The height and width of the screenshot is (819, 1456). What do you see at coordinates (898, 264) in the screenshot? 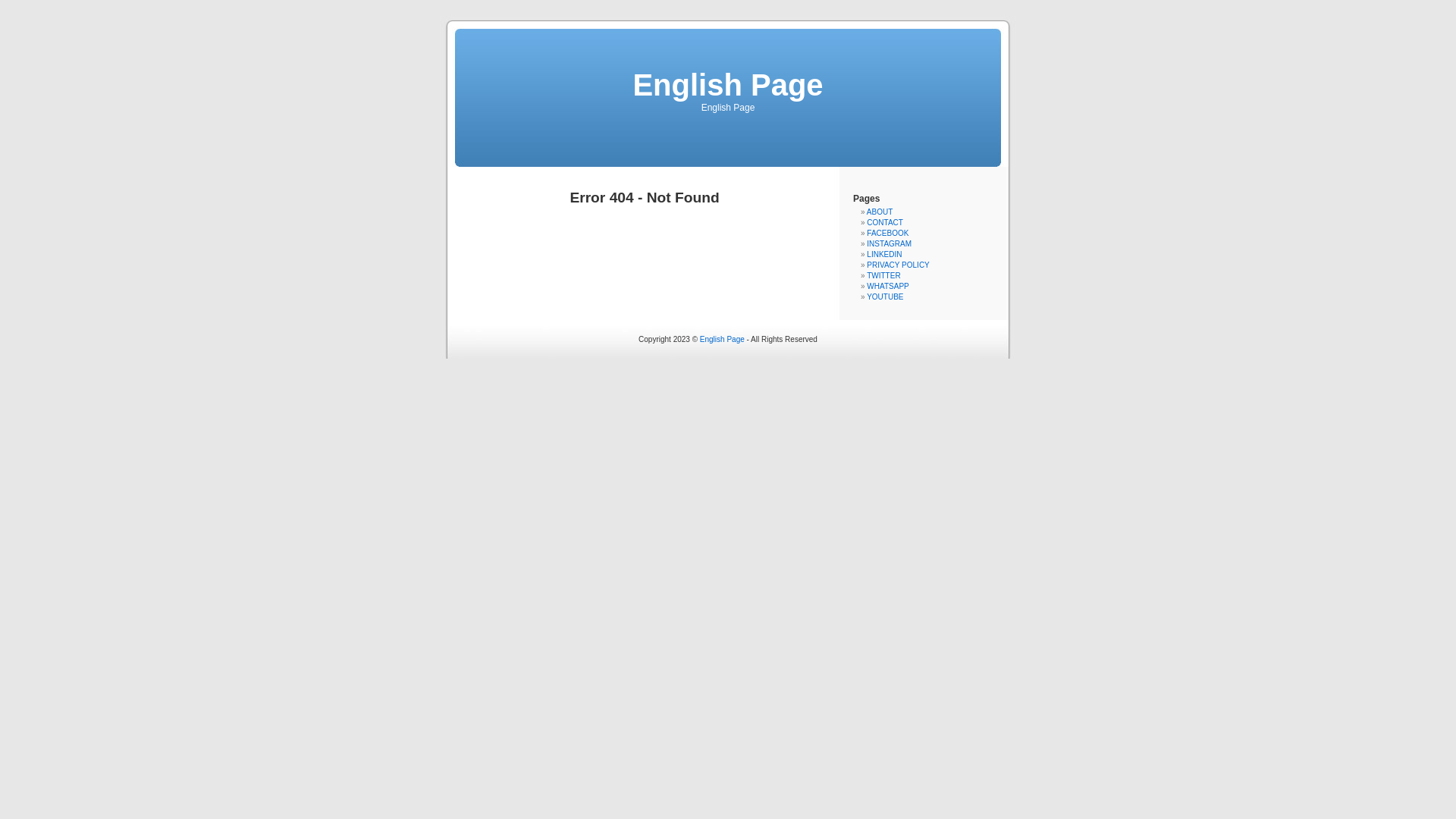
I see `'PRIVACY POLICY'` at bounding box center [898, 264].